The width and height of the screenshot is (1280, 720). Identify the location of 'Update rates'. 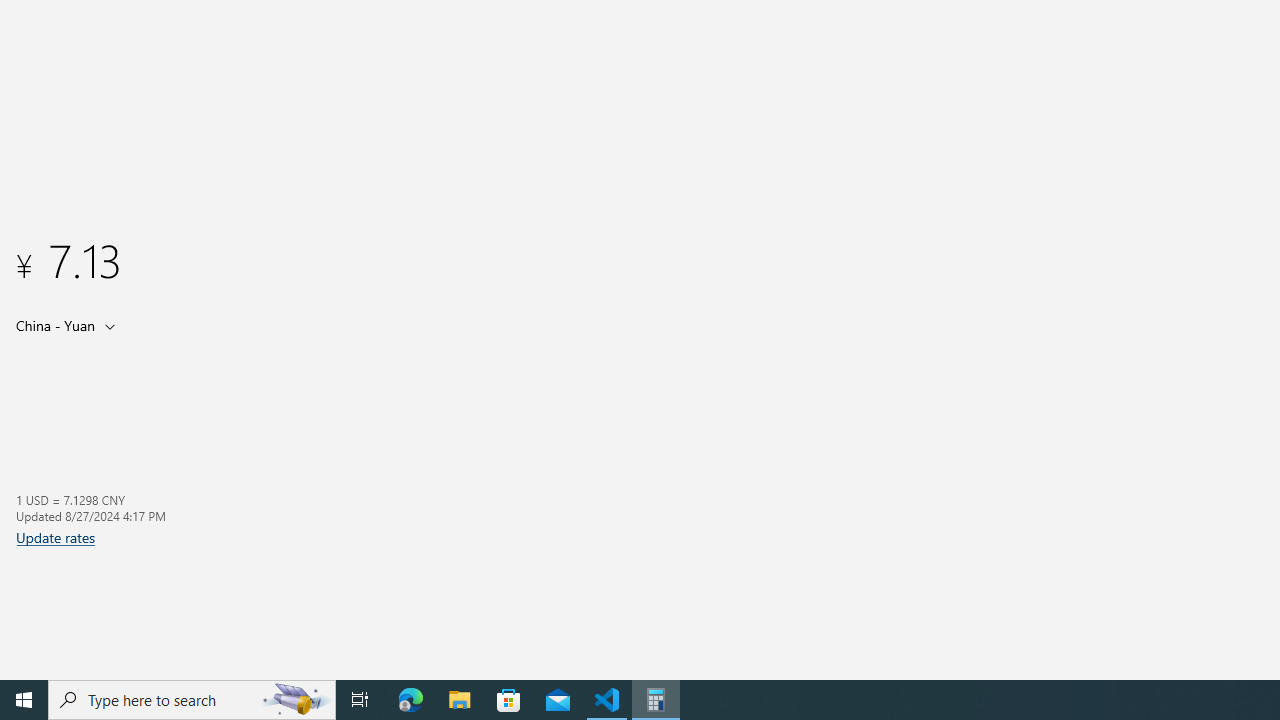
(55, 536).